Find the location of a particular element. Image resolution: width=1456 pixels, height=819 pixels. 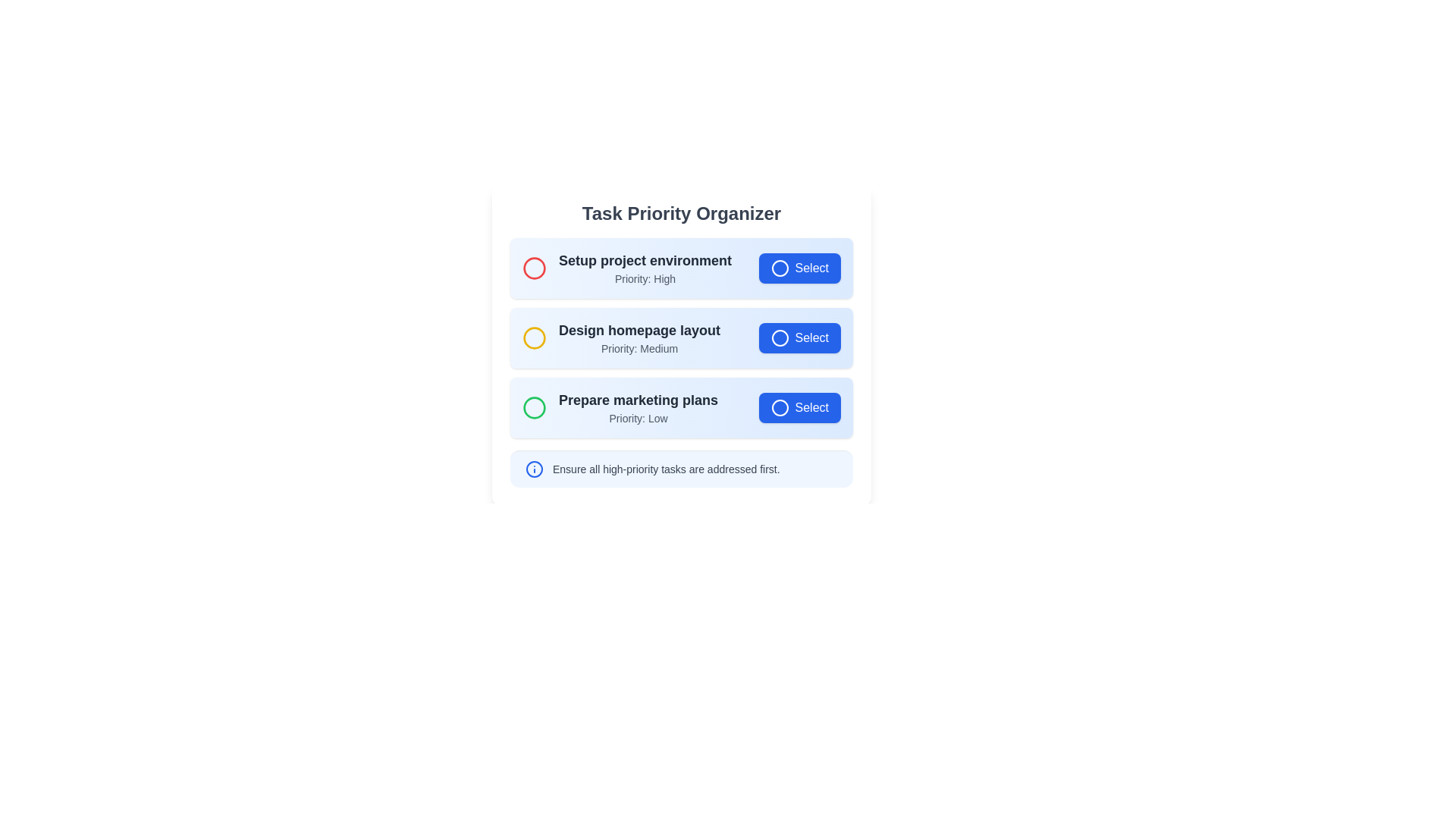

the text label that reads 'Priority: Low', which is located beneath the main text 'Prepare marketing plans' in the task priority management interface is located at coordinates (639, 418).